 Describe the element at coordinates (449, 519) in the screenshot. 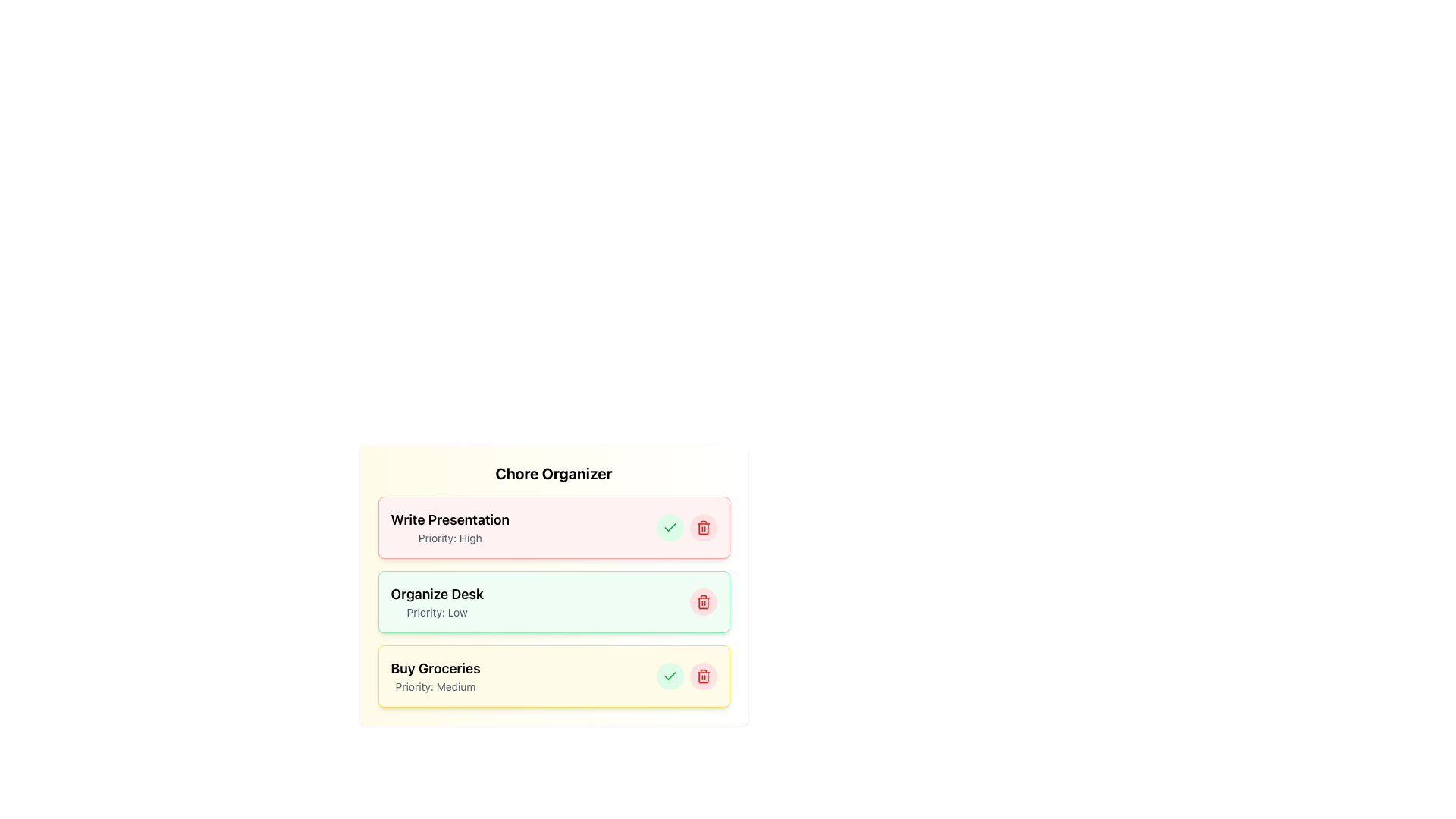

I see `the 'Write Presentation' text label located in the first task card under the 'Chore Organizer' header, which is styled in bold and larger font on a light red background` at that location.